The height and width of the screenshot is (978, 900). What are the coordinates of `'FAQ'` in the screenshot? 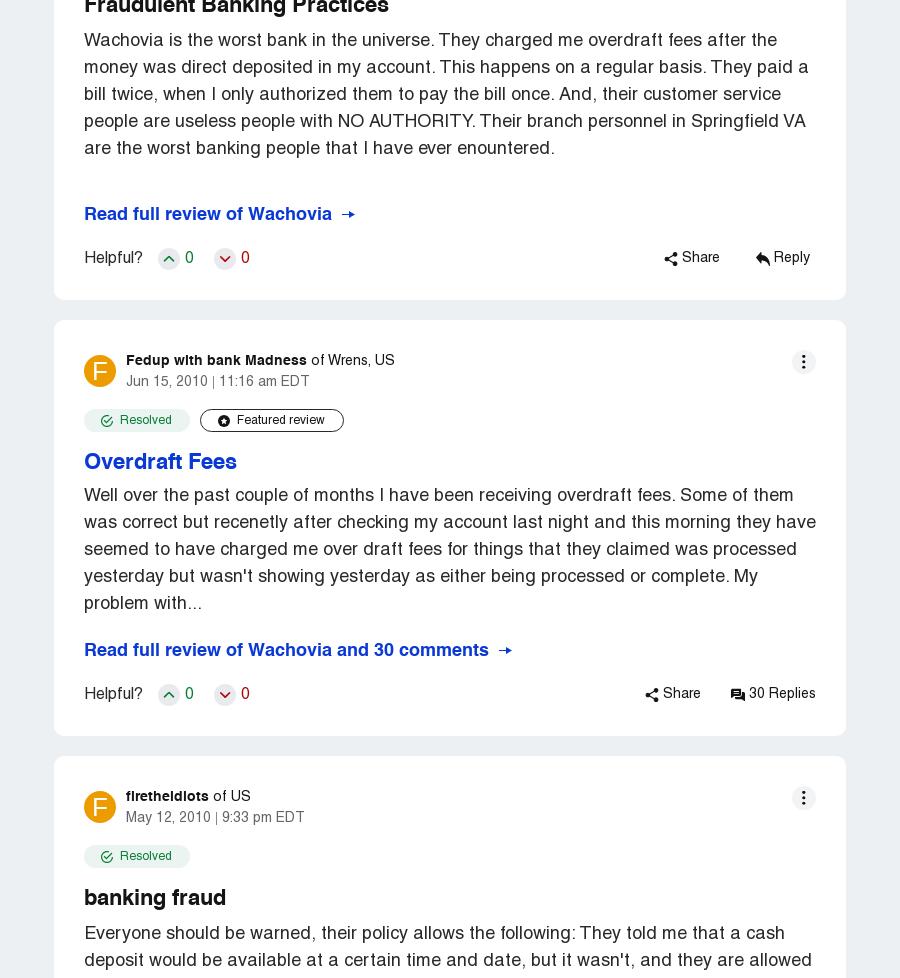 It's located at (266, 845).